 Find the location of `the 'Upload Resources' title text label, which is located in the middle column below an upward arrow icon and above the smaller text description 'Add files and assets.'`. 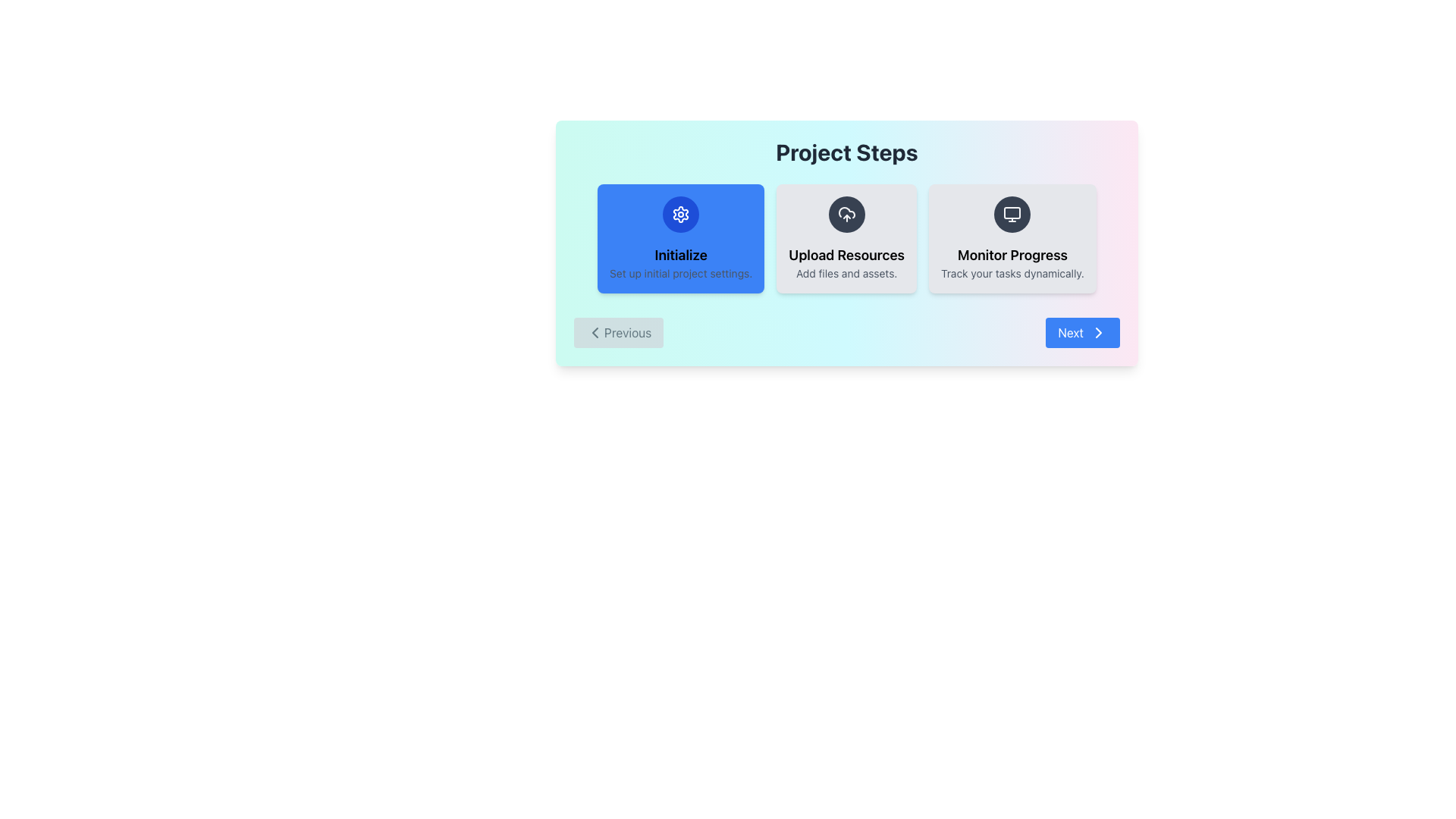

the 'Upload Resources' title text label, which is located in the middle column below an upward arrow icon and above the smaller text description 'Add files and assets.' is located at coordinates (846, 254).